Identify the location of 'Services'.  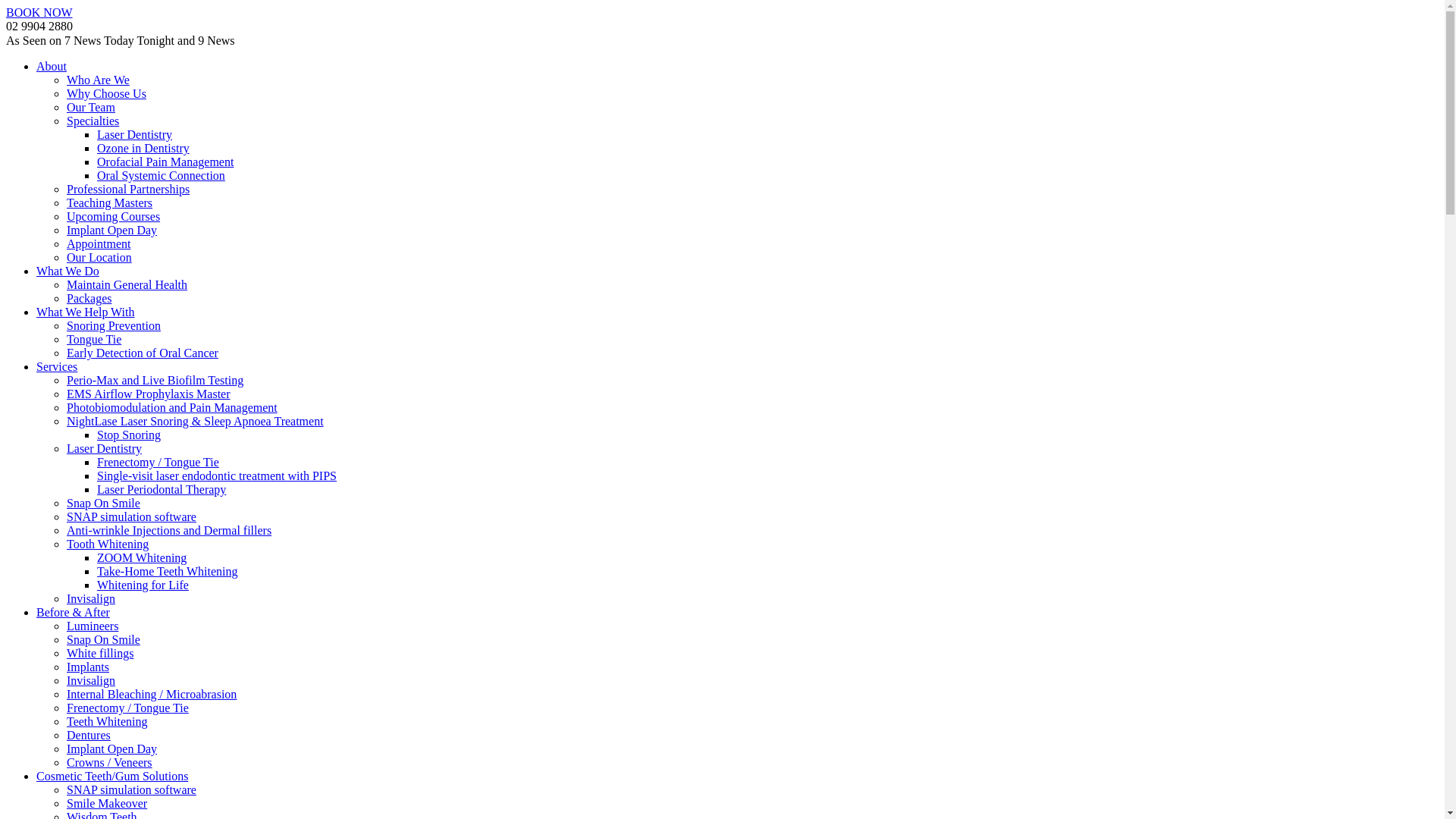
(57, 366).